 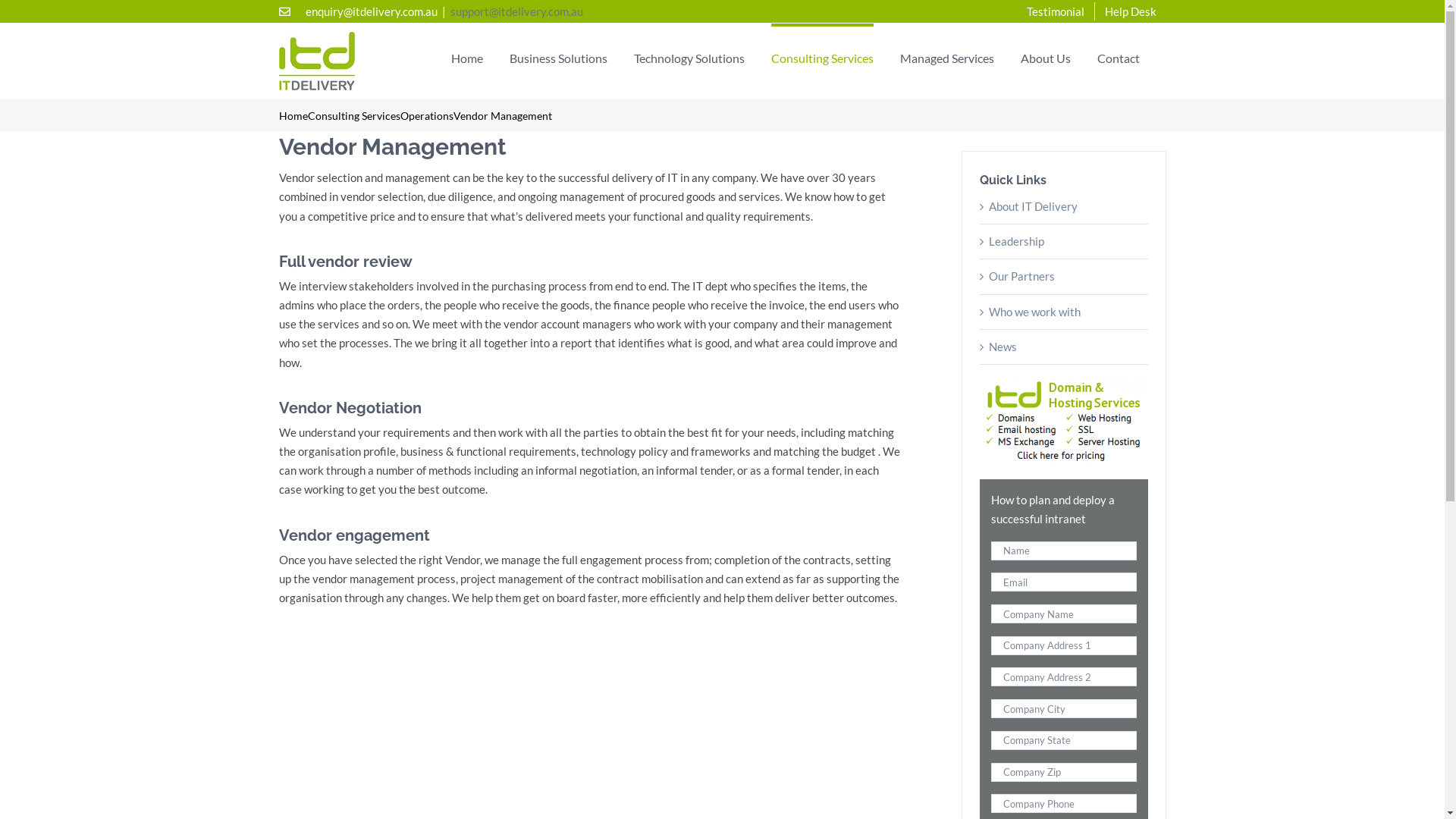 What do you see at coordinates (1044, 55) in the screenshot?
I see `'About Us'` at bounding box center [1044, 55].